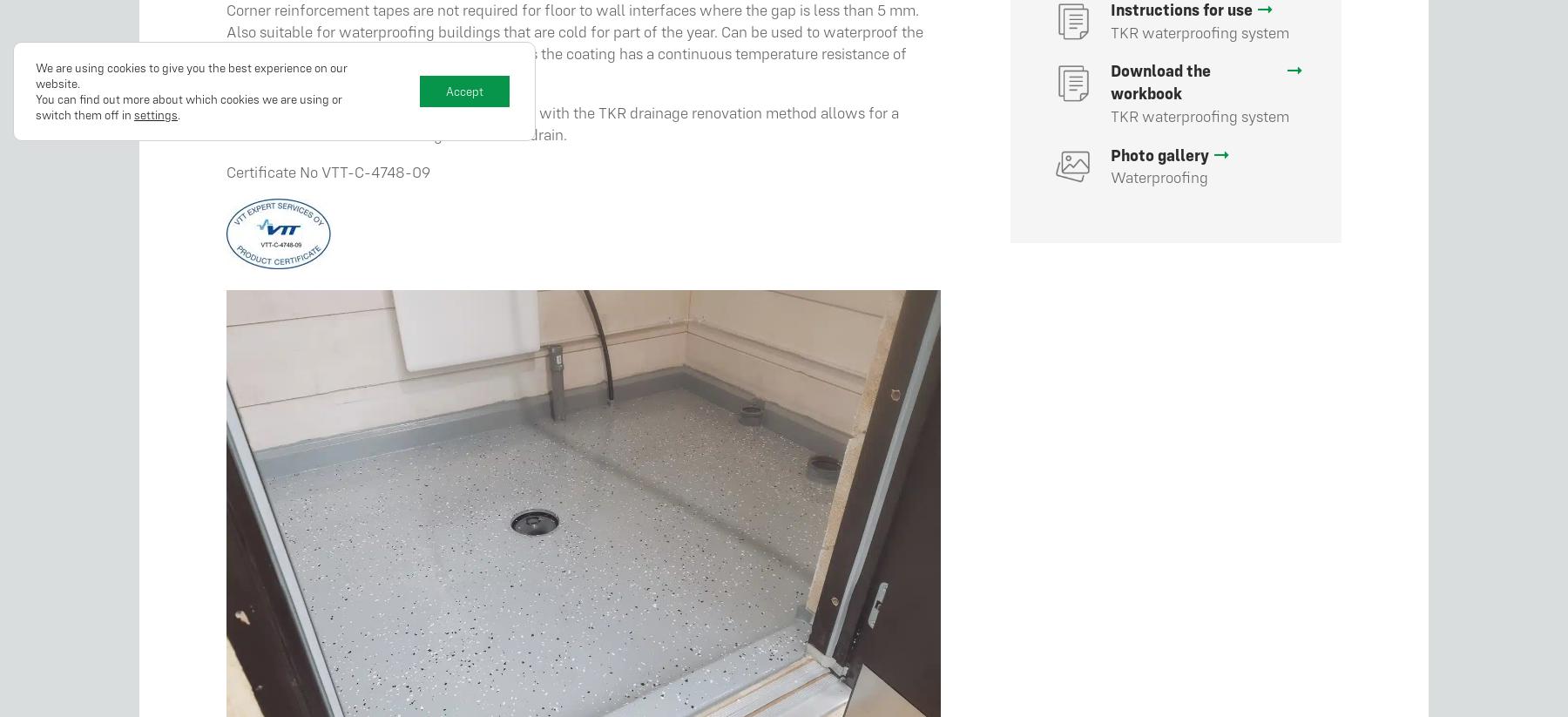 The image size is (1568, 717). I want to click on 'Waterproofing', so click(1159, 177).